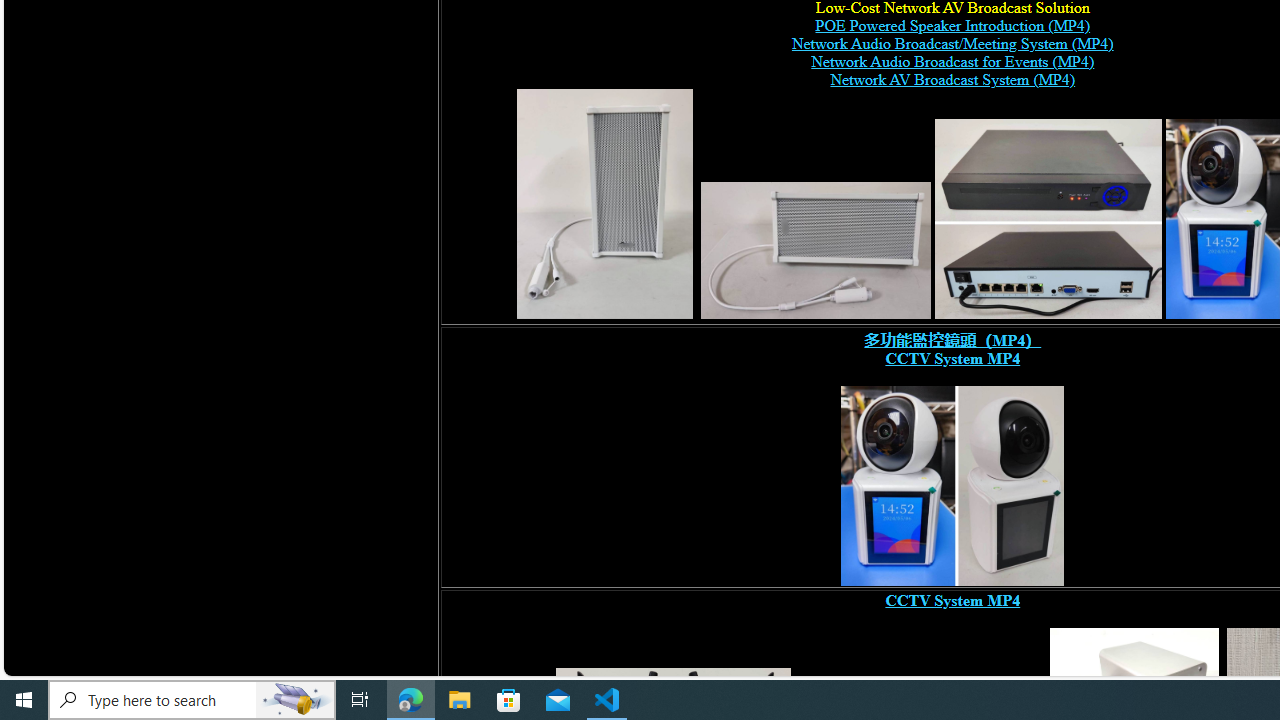 The image size is (1280, 720). Describe the element at coordinates (951, 79) in the screenshot. I see `'Network AV Broadcast System (MP4)'` at that location.